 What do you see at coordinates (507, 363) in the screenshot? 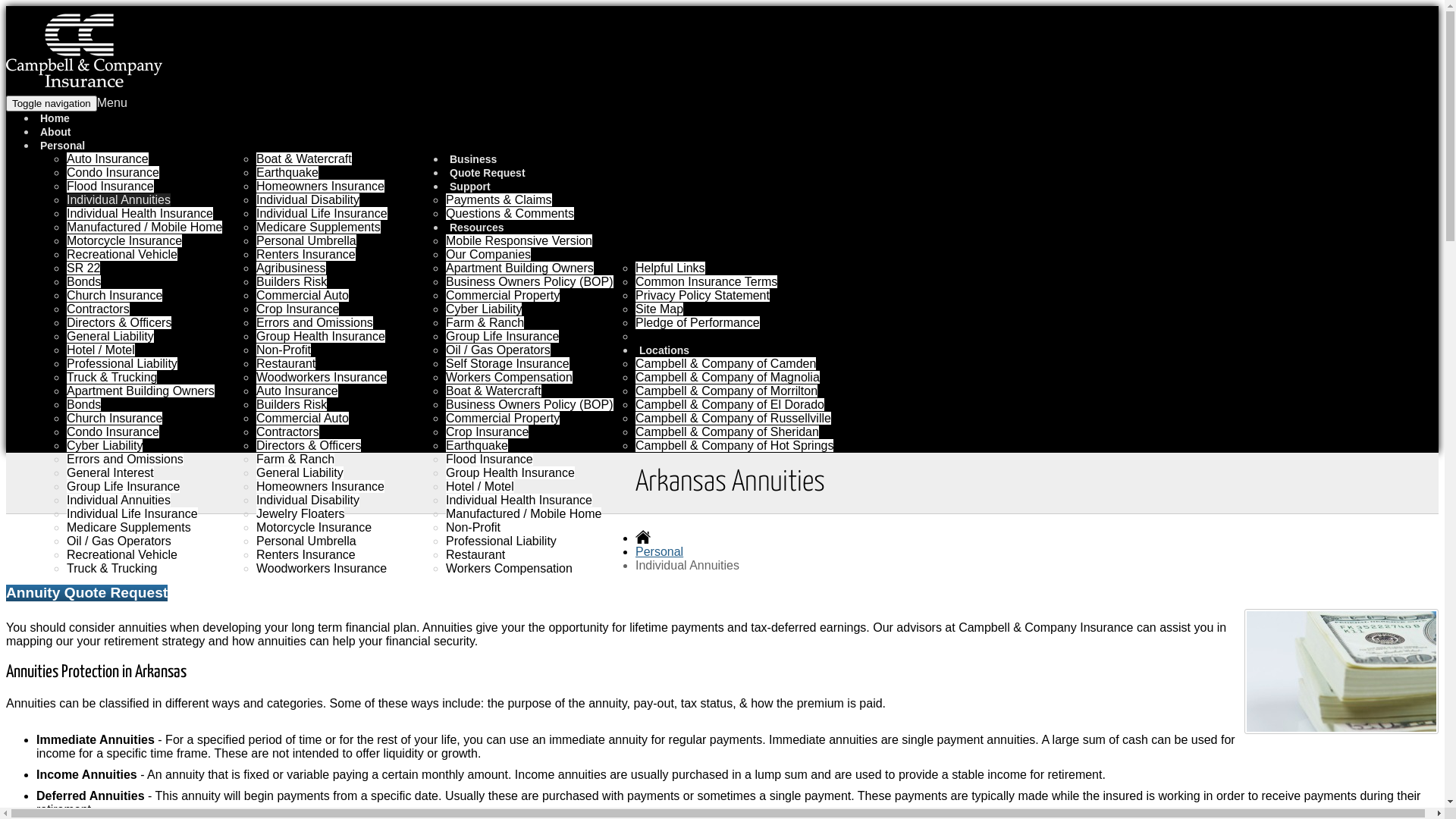
I see `'Self Storage Insurance'` at bounding box center [507, 363].